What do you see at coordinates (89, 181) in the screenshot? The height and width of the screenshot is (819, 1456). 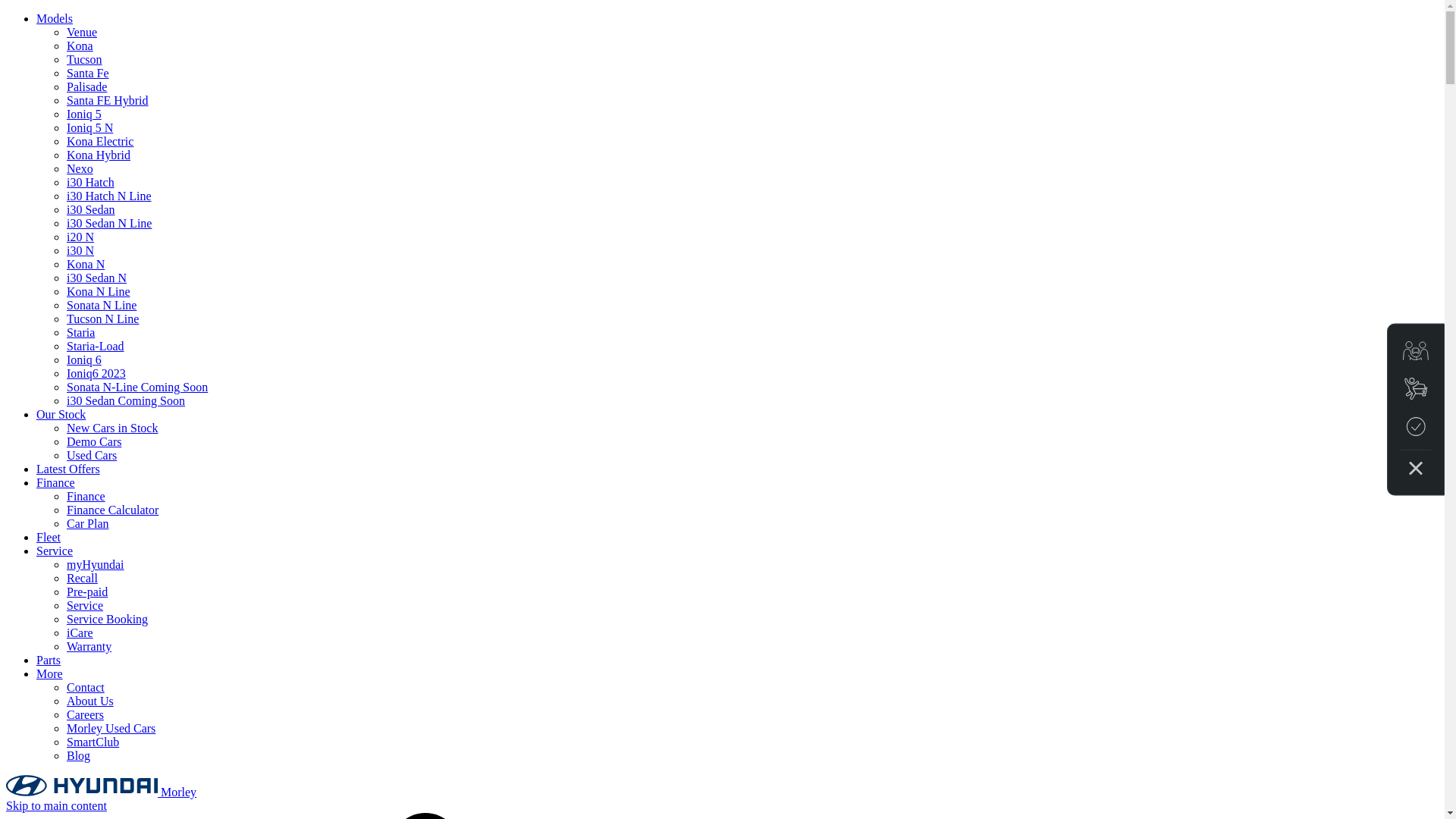 I see `'i30 Hatch'` at bounding box center [89, 181].